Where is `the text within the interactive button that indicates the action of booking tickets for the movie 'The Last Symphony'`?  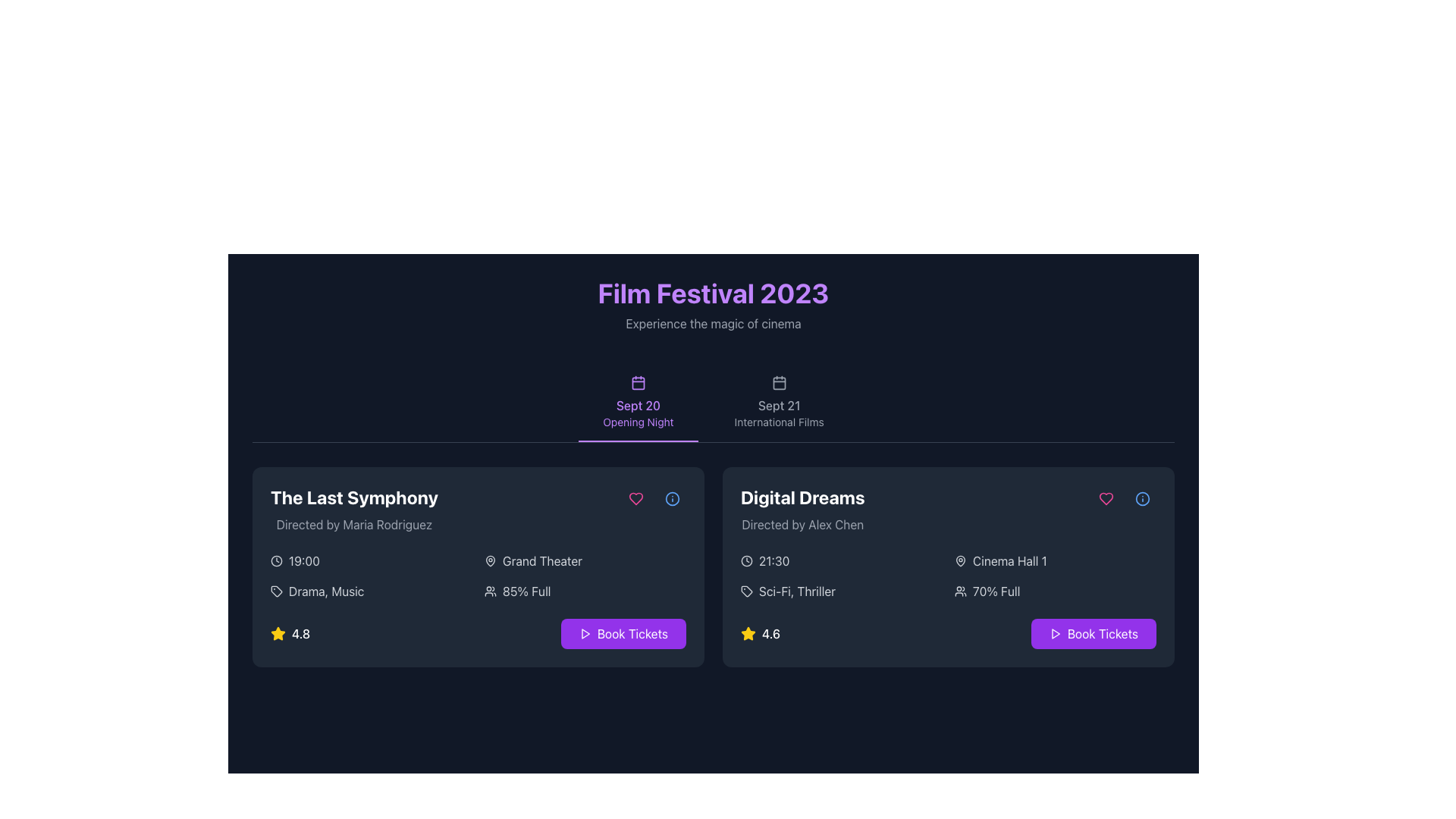 the text within the interactive button that indicates the action of booking tickets for the movie 'The Last Symphony' is located at coordinates (632, 634).